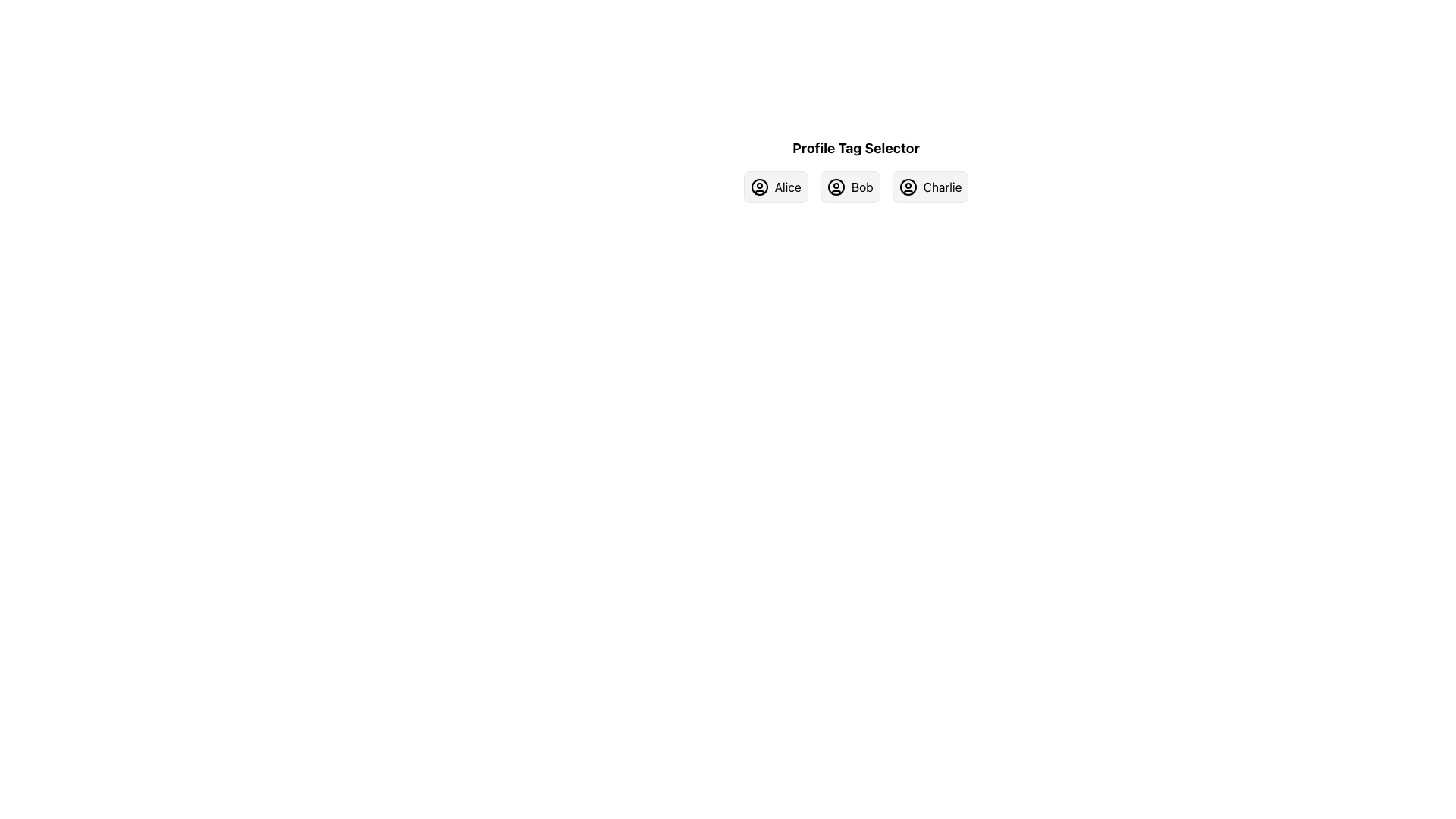 Image resolution: width=1456 pixels, height=819 pixels. I want to click on the text label indicating the name 'Charlie', which is located at the rightmost position in the profile tag selector interface, so click(942, 186).